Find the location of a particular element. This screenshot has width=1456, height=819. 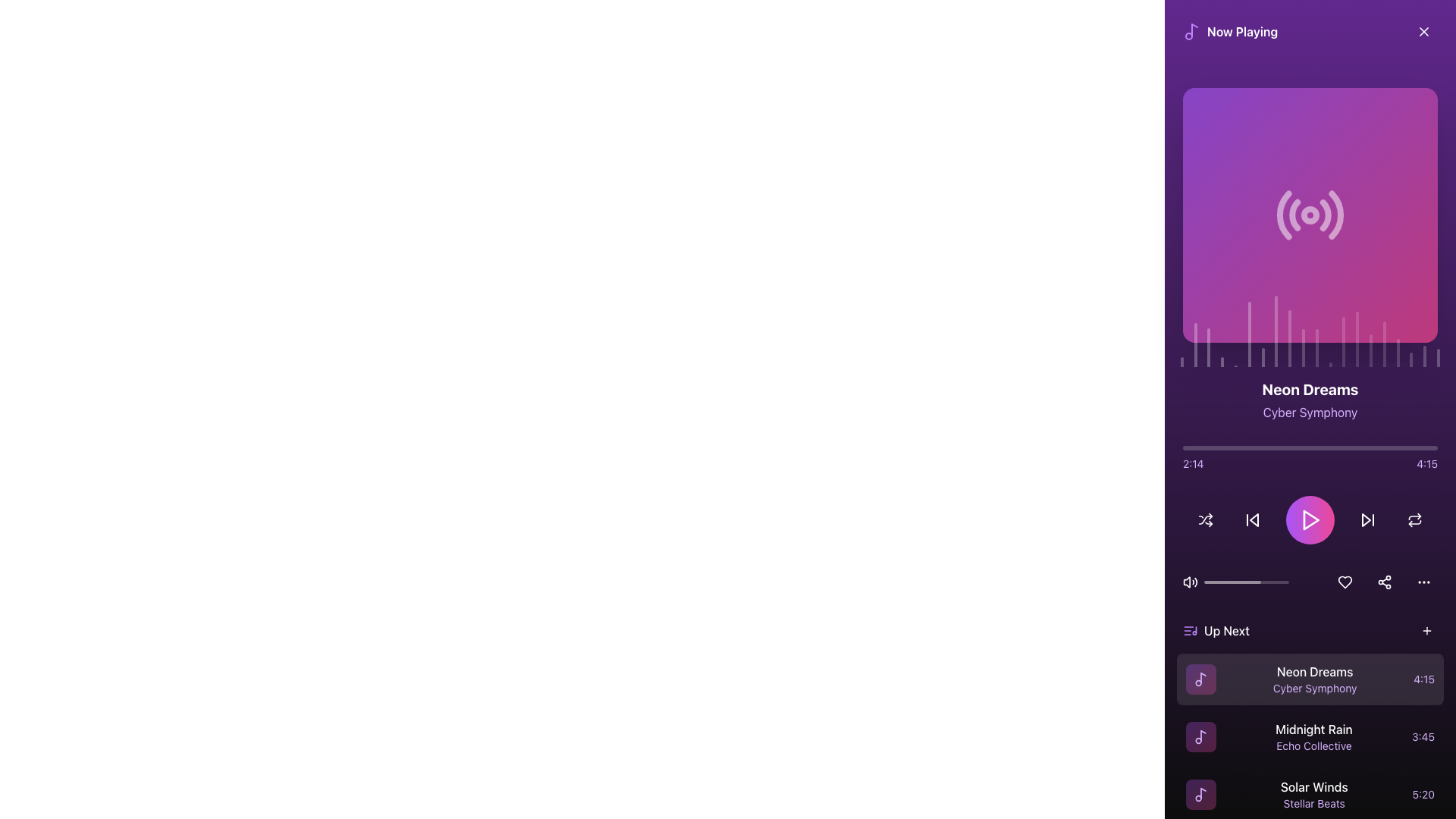

the animation of the second vertical bar in the dynamic audio waveform chart to interpret audio activity is located at coordinates (1194, 344).